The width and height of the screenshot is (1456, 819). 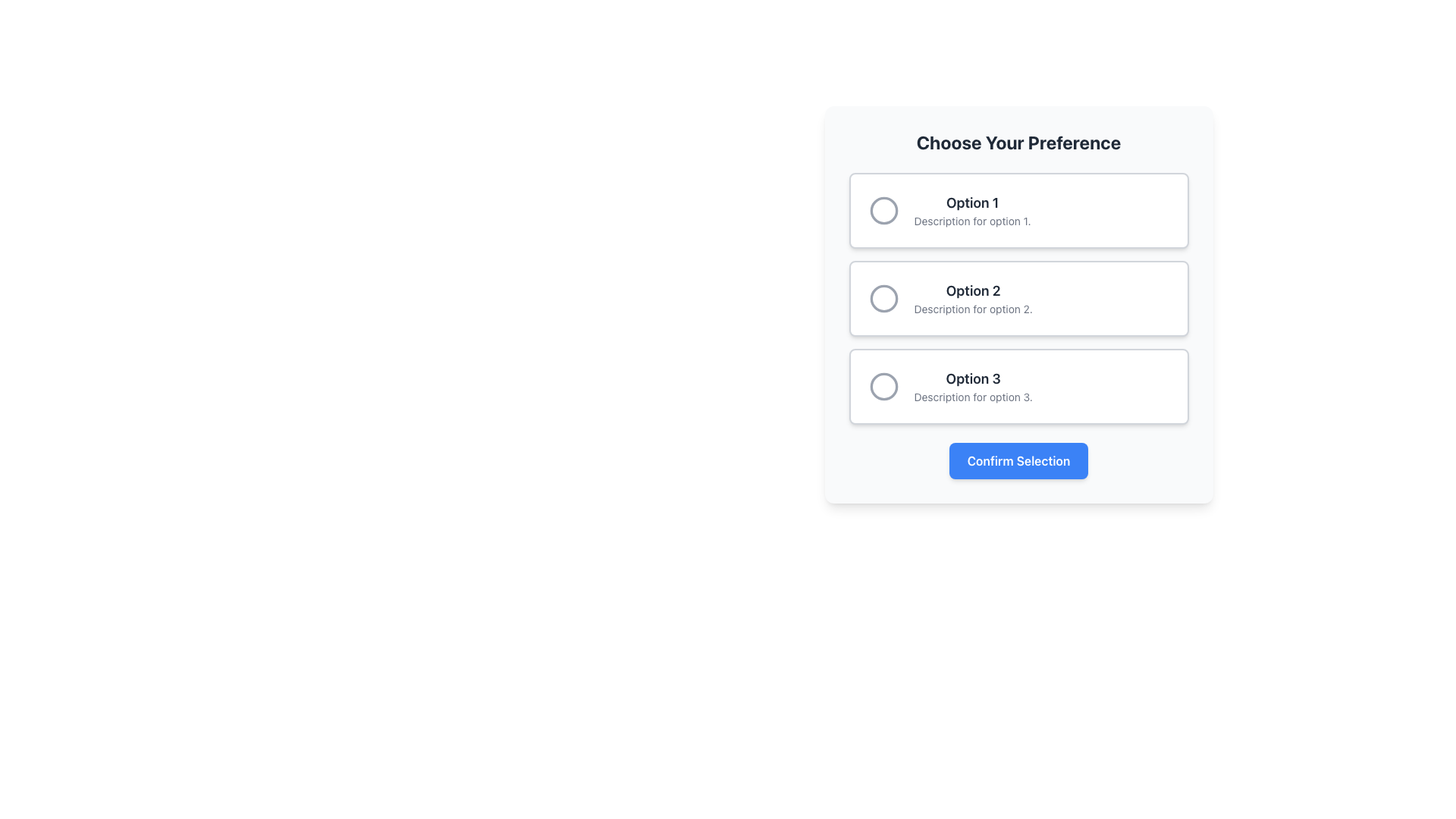 What do you see at coordinates (883, 298) in the screenshot?
I see `the radio button for 'Option 2' within the 'Choose Your Preference' group to indicate selection` at bounding box center [883, 298].